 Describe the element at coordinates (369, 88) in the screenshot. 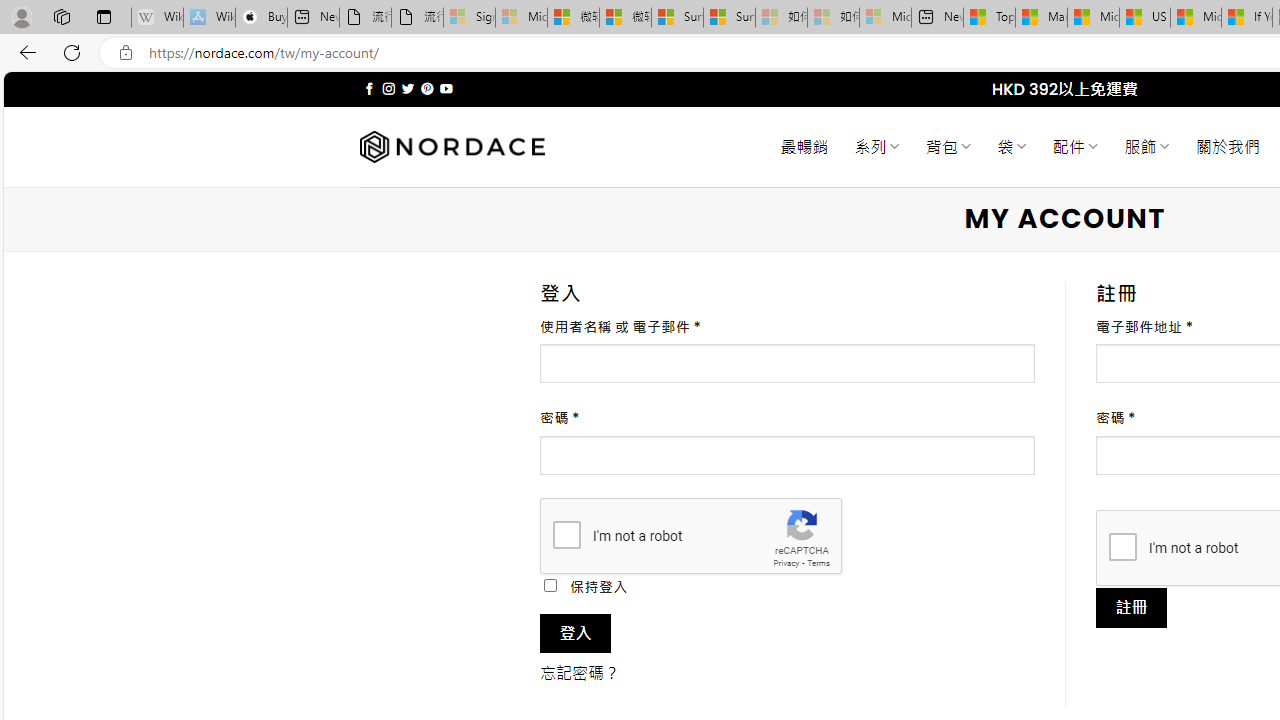

I see `'Follow on Facebook'` at that location.